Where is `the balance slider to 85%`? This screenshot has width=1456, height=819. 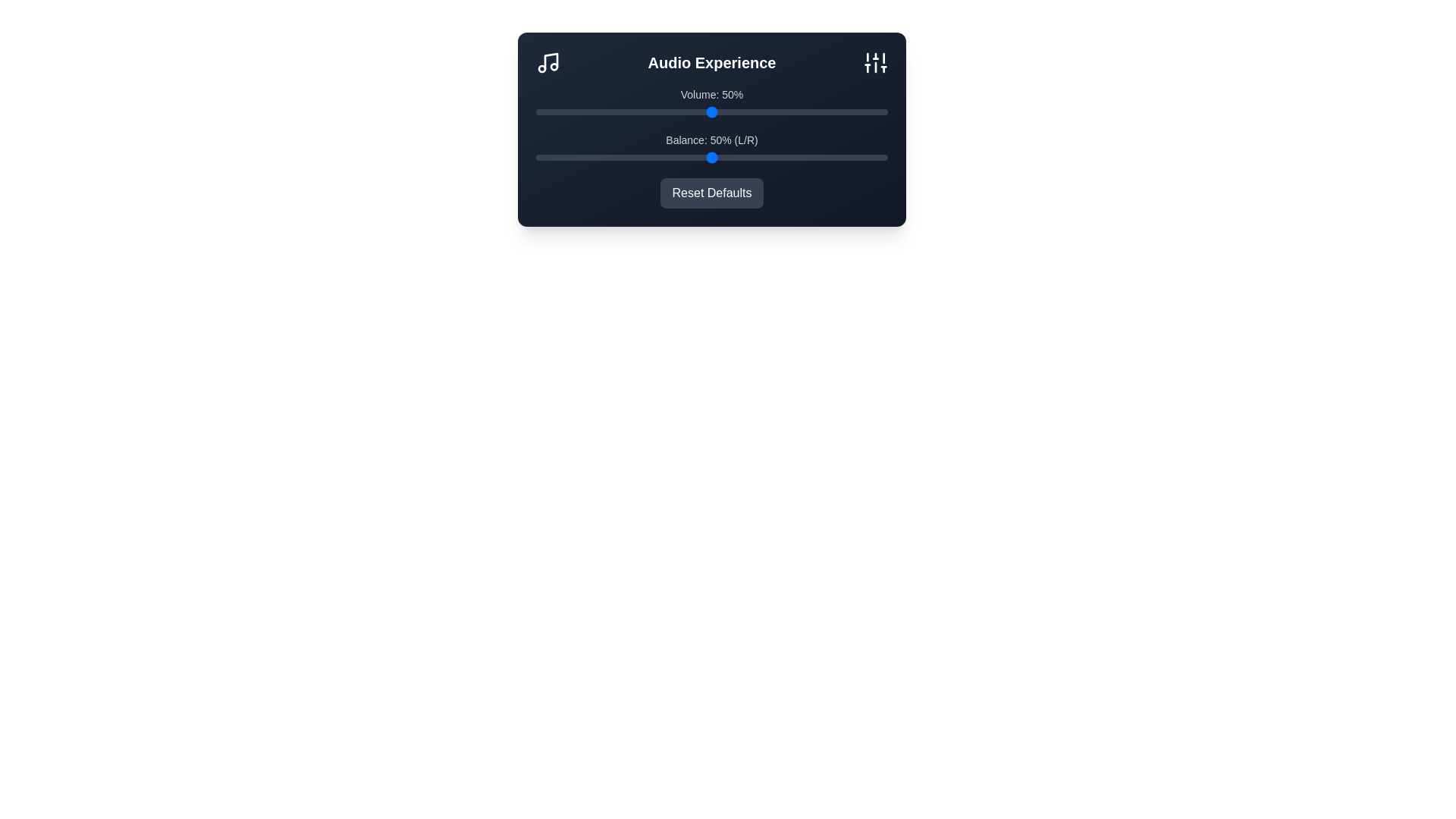 the balance slider to 85% is located at coordinates (834, 158).